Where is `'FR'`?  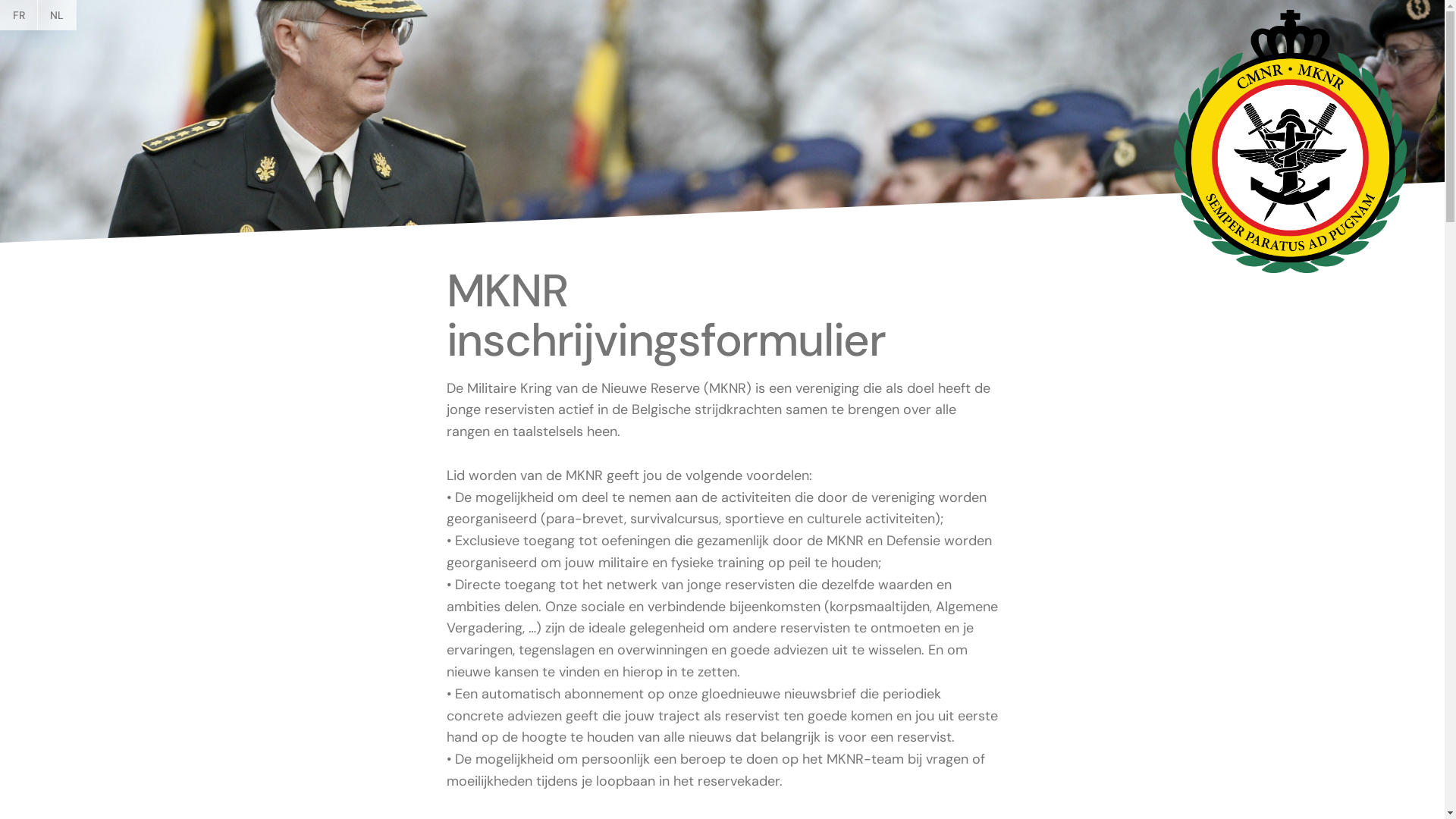
'FR' is located at coordinates (18, 14).